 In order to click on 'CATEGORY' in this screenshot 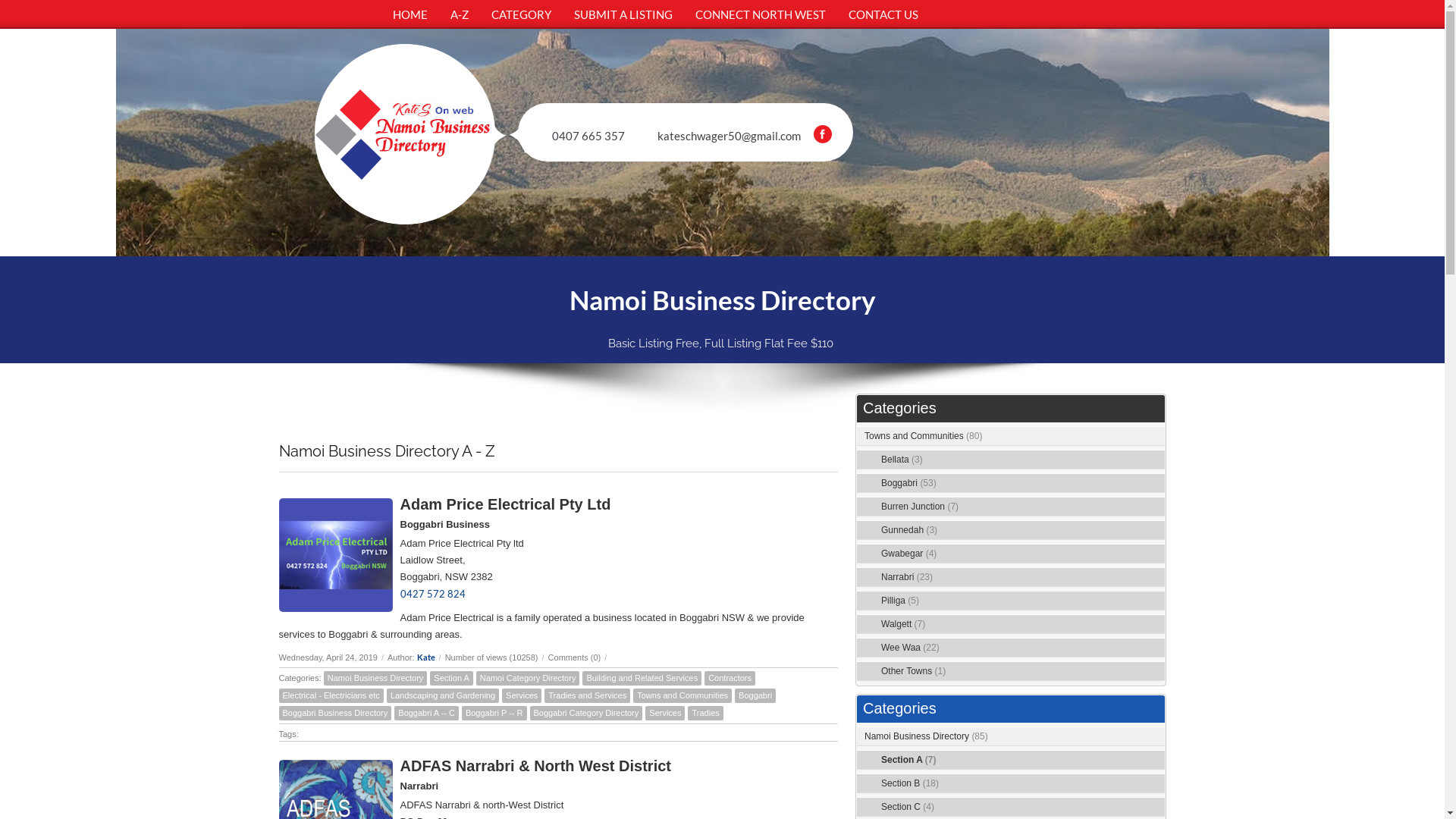, I will do `click(520, 14)`.